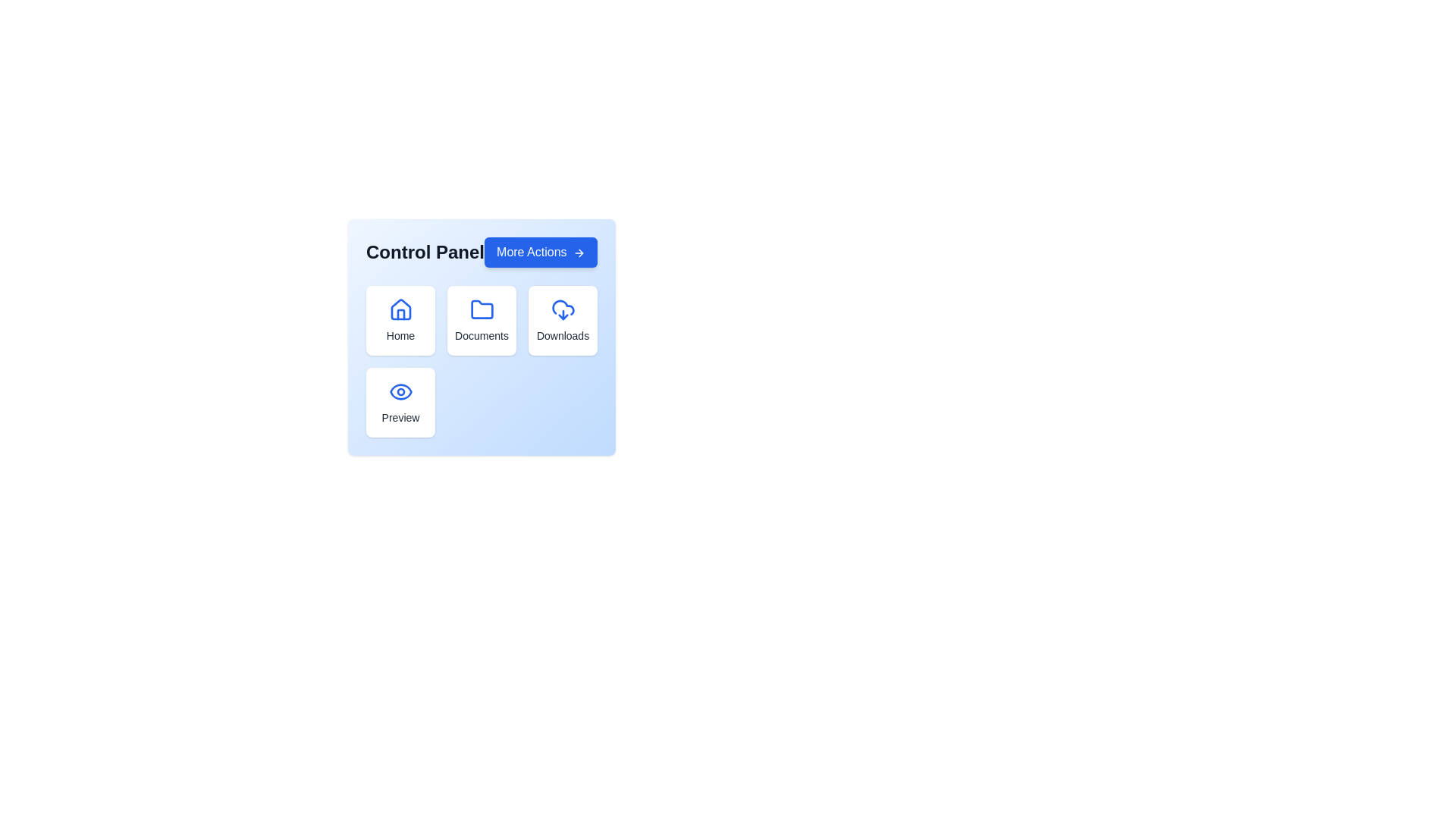 The image size is (1456, 819). Describe the element at coordinates (481, 309) in the screenshot. I see `the 'Documents' icon button located centrally in the interface, positioned between the 'Home' icon and the 'Downloads' icon` at that location.